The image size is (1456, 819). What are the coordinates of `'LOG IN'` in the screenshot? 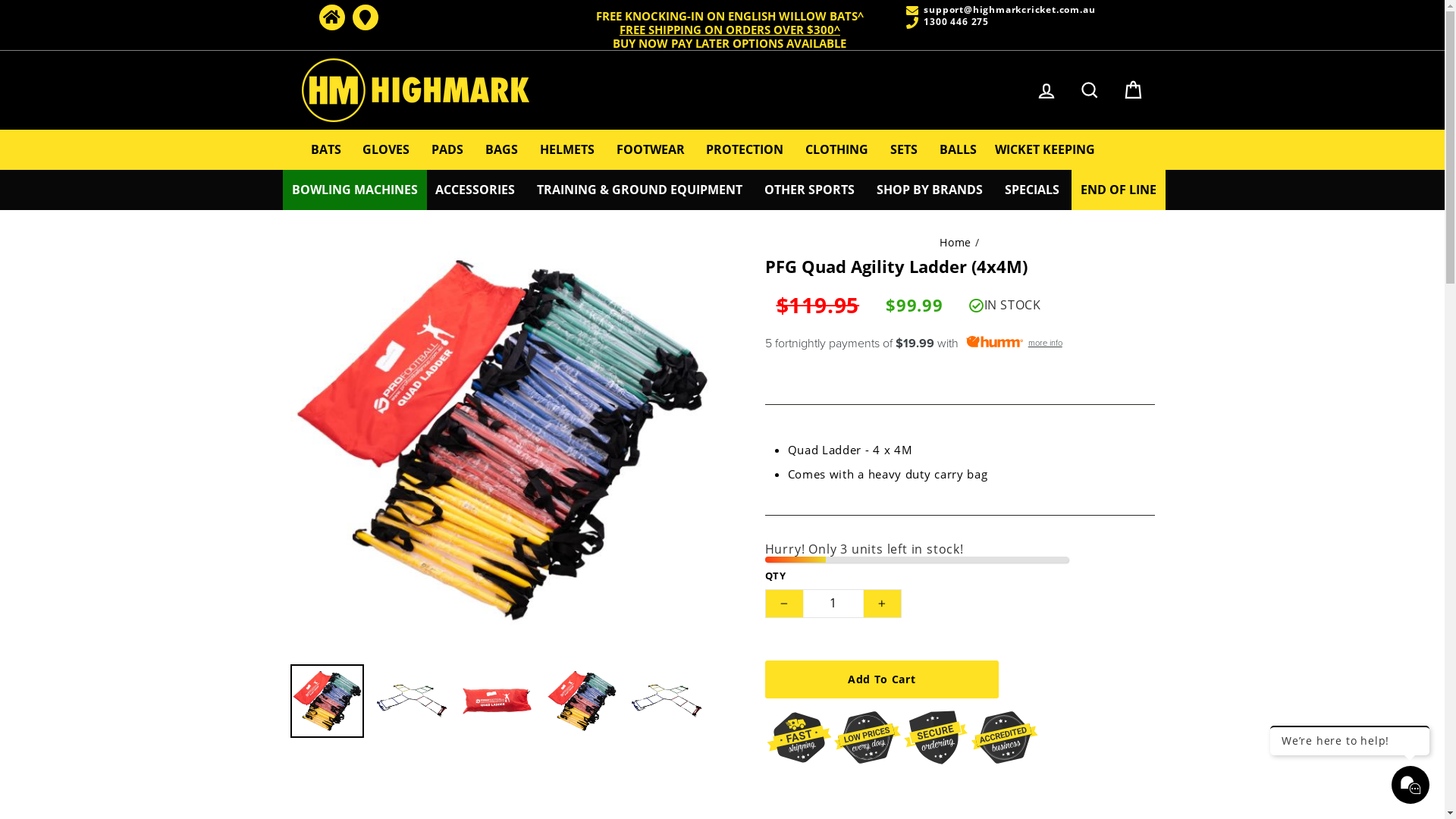 It's located at (1046, 90).